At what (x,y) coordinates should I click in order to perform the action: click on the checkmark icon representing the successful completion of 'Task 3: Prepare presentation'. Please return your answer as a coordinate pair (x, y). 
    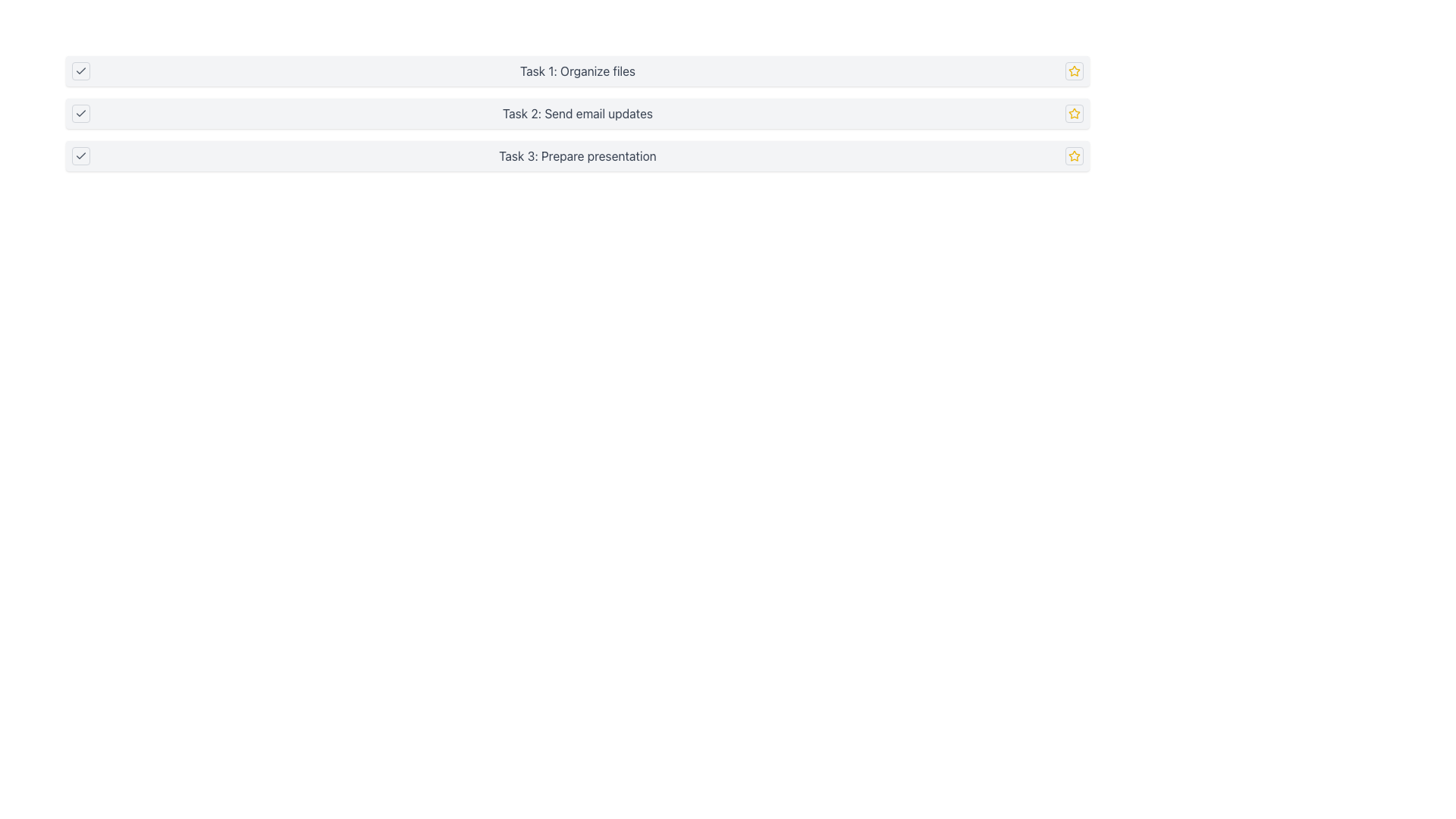
    Looking at the image, I should click on (80, 155).